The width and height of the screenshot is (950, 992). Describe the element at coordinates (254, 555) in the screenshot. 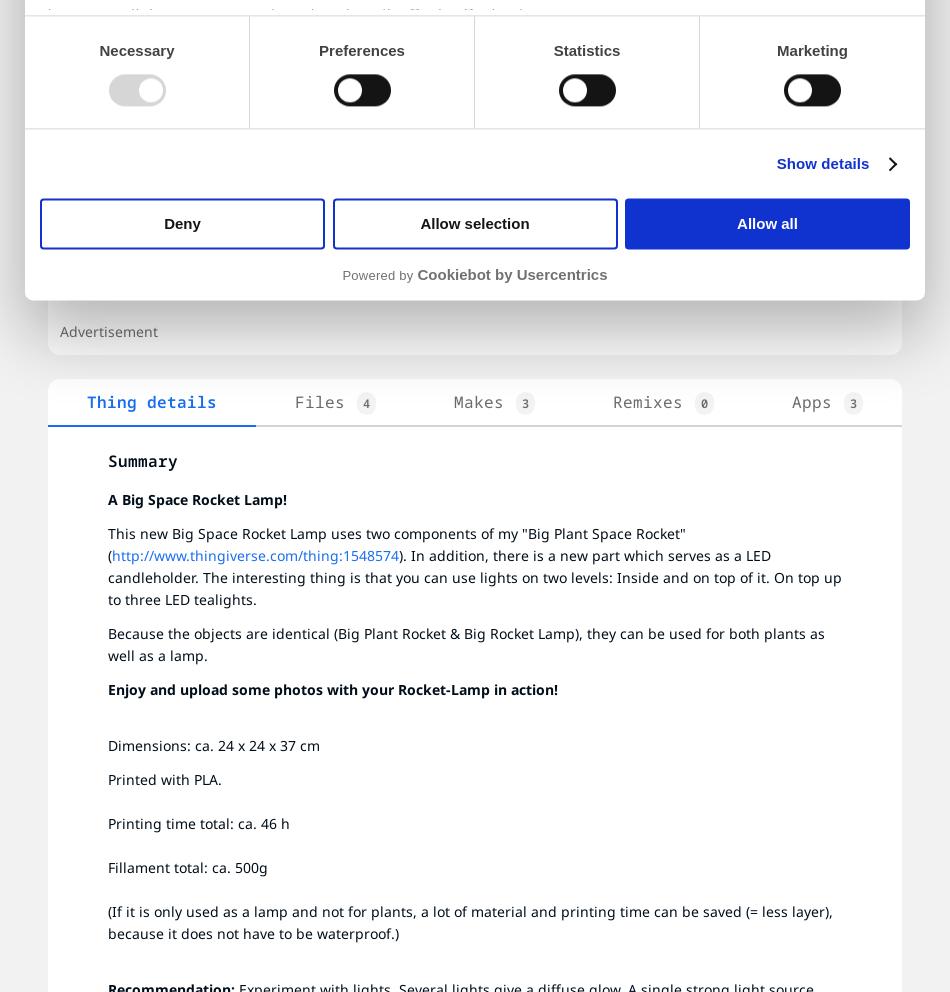

I see `'http://www.thingiverse.com/thing:1548574'` at that location.